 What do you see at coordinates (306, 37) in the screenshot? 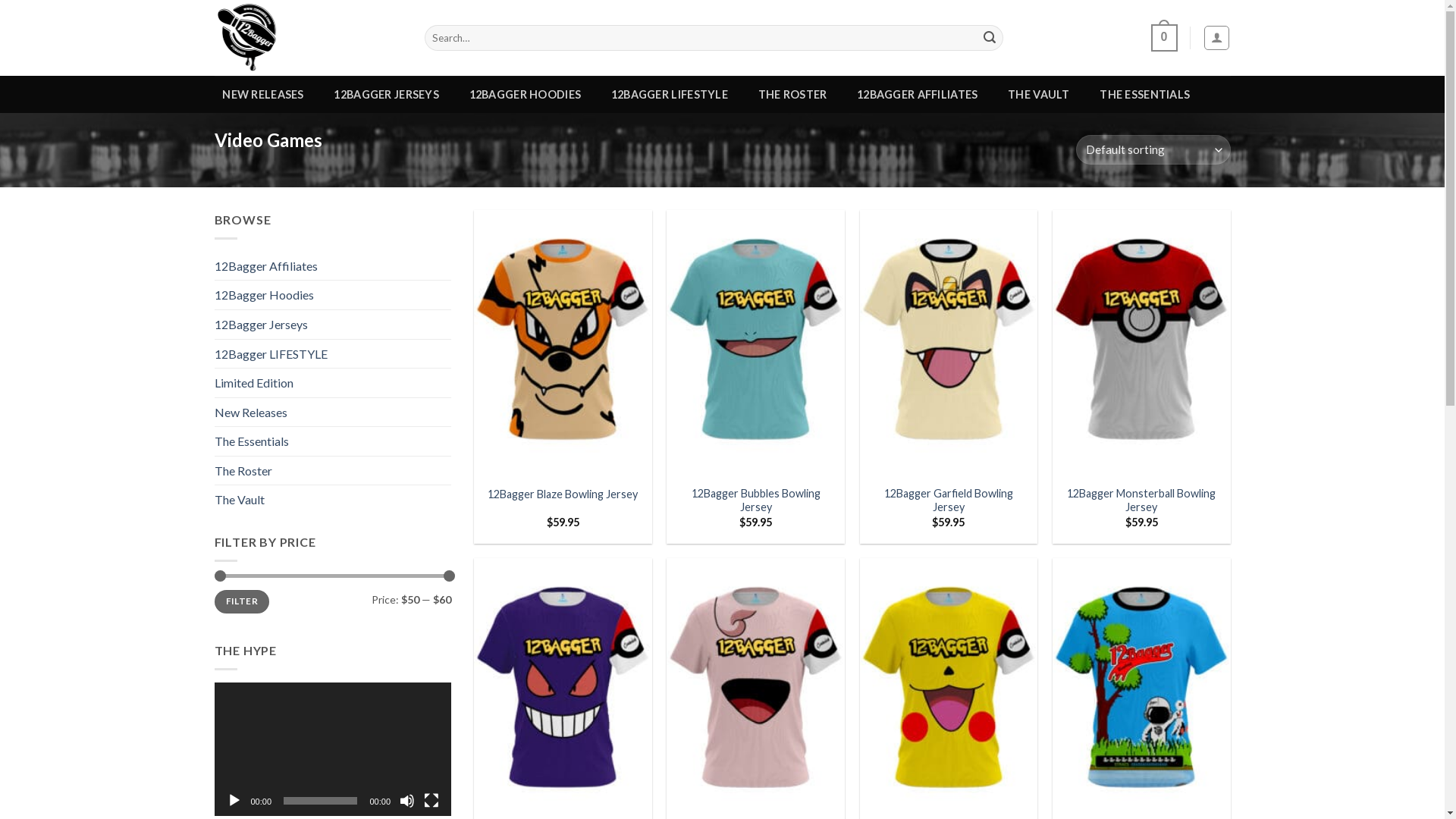
I see `'12Bagger Bowling'` at bounding box center [306, 37].